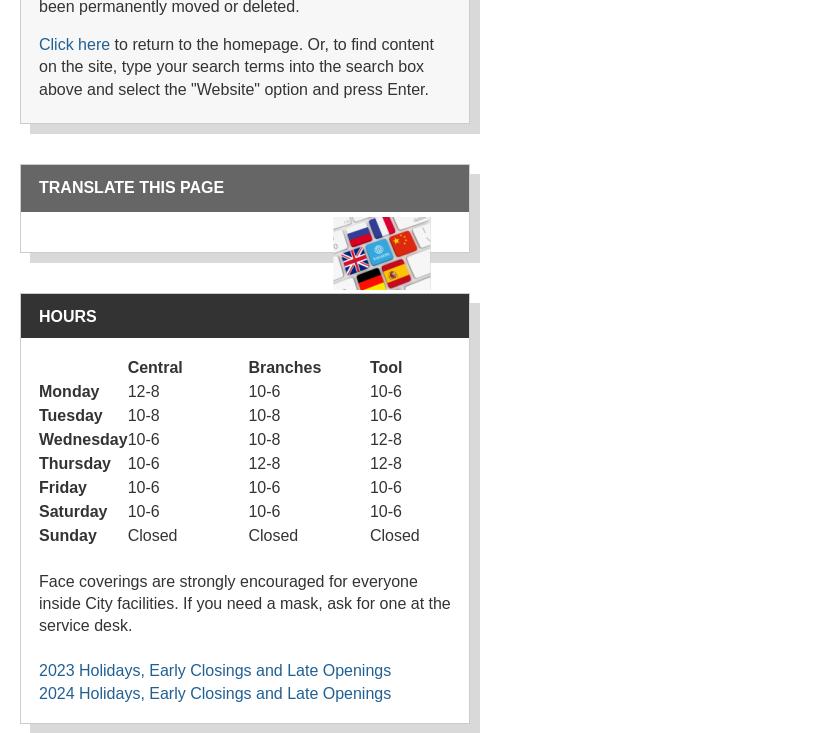 The height and width of the screenshot is (733, 838). I want to click on 'to return to the homepage. Or, to find content on the site, type your search terms into the search box above and select the "Website" option and press Enter.', so click(234, 64).